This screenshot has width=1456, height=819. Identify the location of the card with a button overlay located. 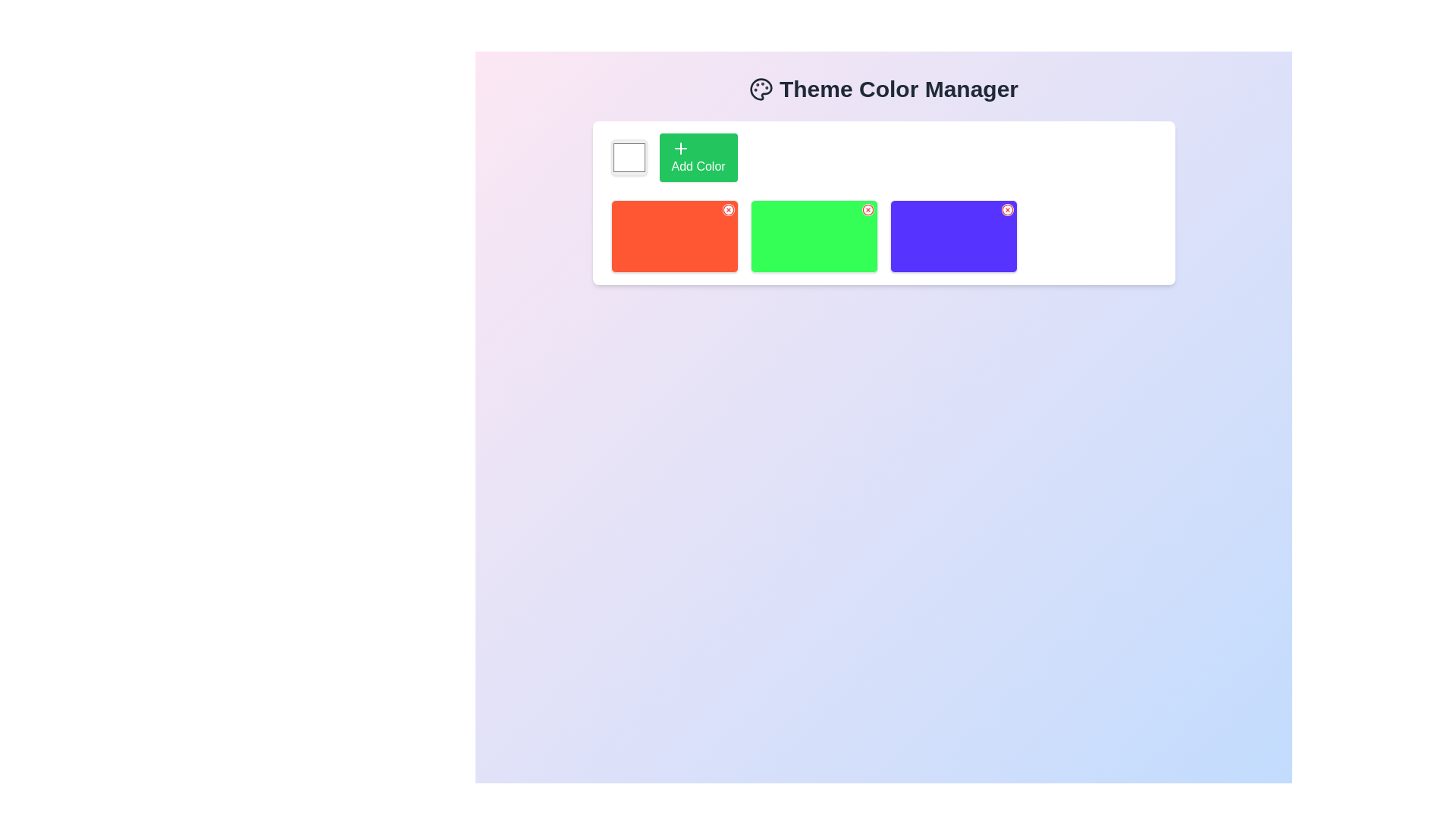
(952, 237).